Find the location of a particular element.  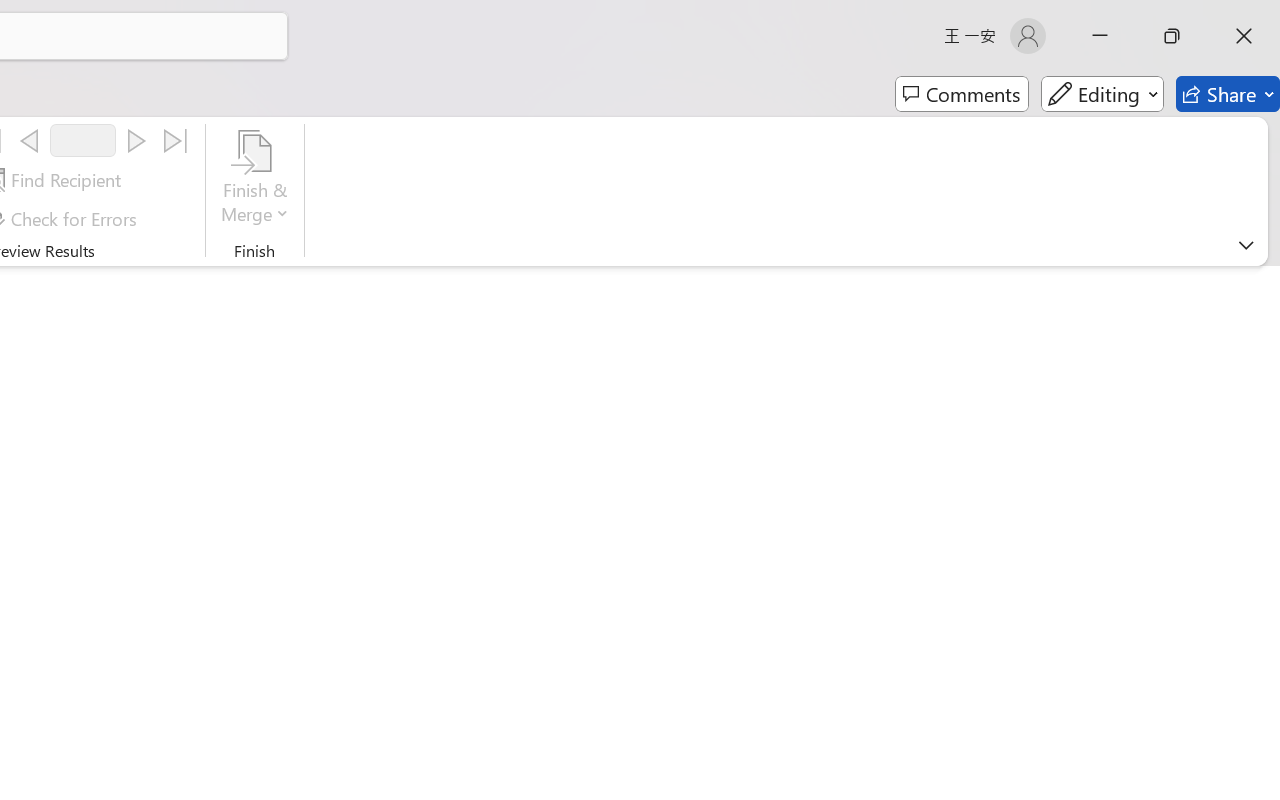

'Last' is located at coordinates (176, 141).